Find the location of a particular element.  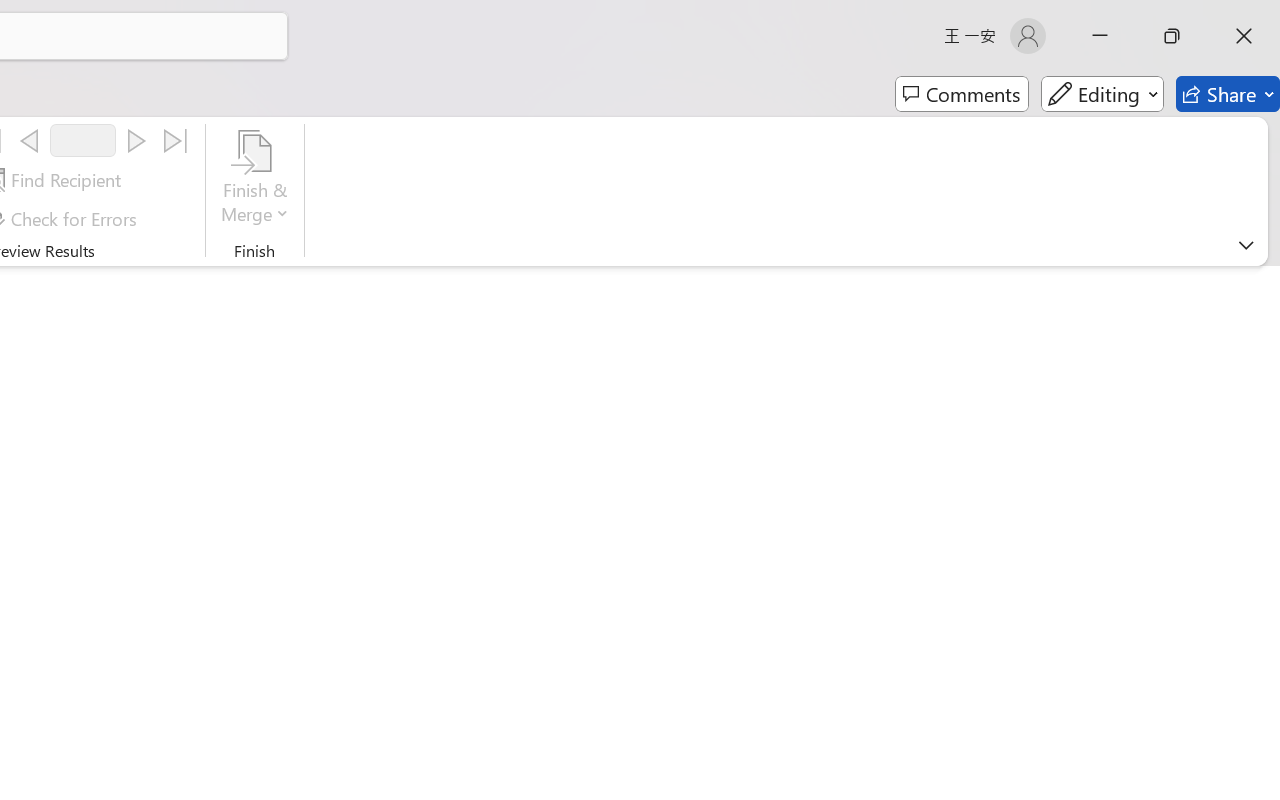

'Last' is located at coordinates (176, 141).